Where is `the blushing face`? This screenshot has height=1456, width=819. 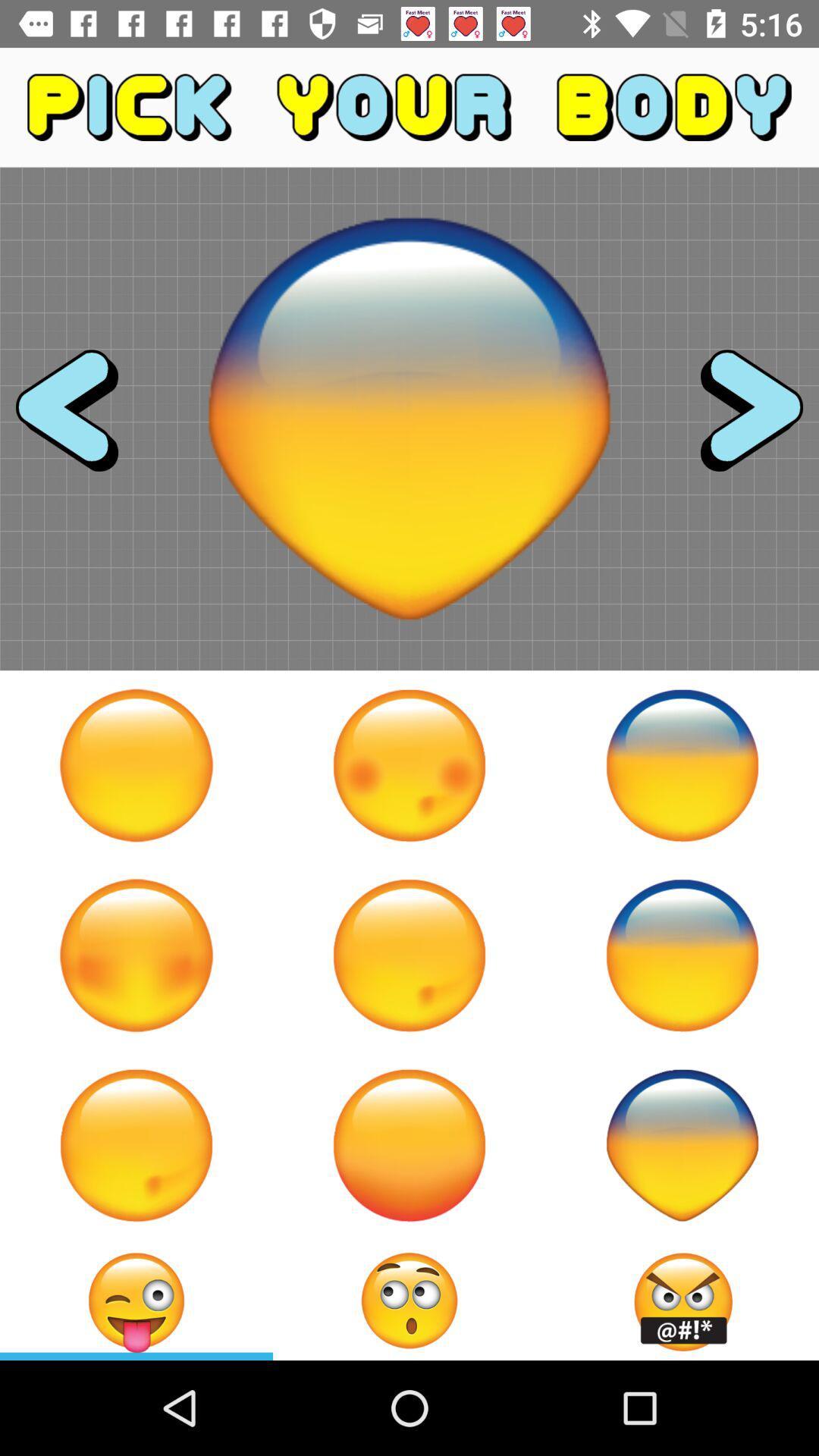
the blushing face is located at coordinates (136, 954).